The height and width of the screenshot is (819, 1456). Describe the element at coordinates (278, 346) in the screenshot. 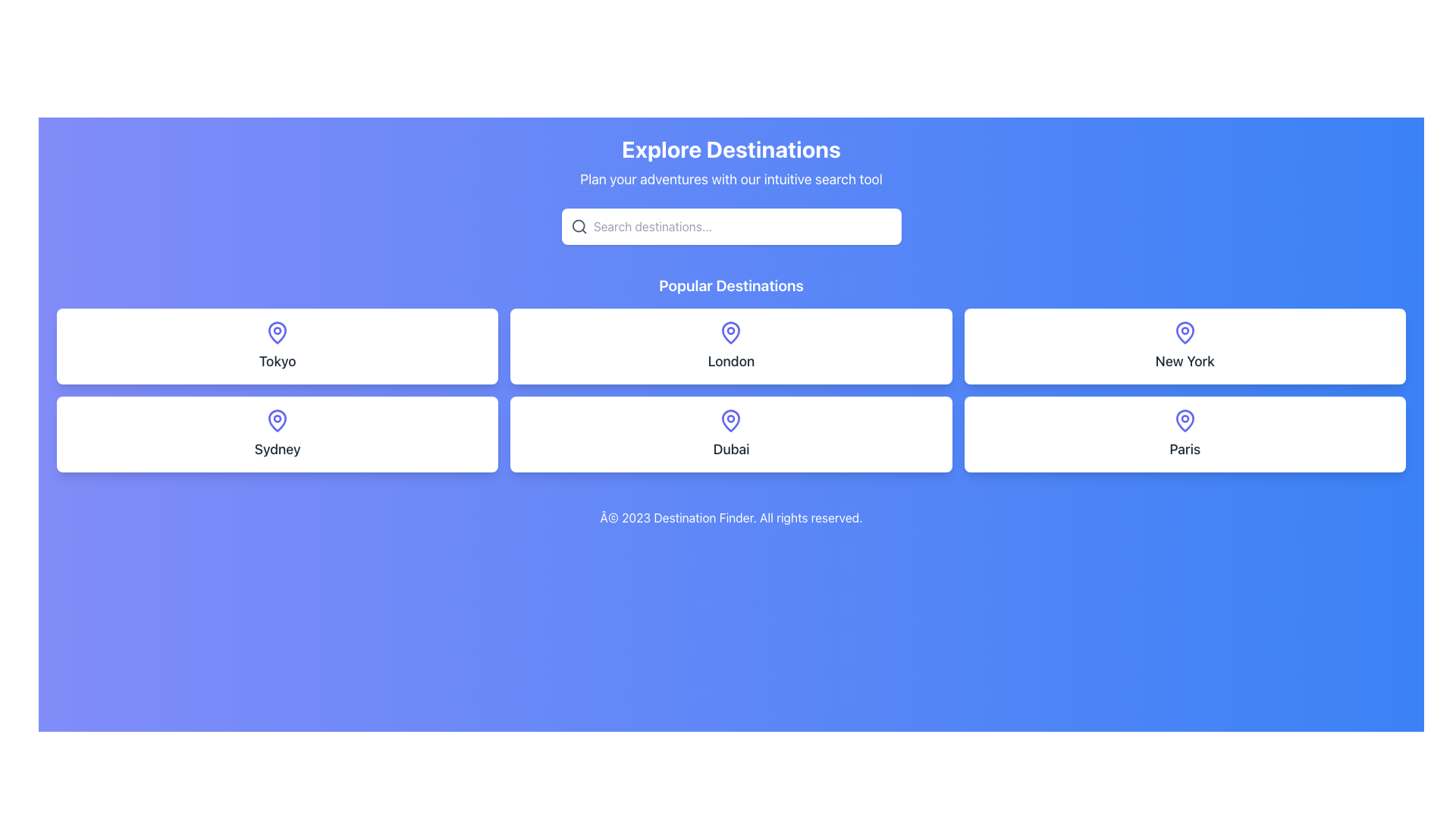

I see `the selectable card labeled 'Tokyo' which is the first tile in the grid layout, located at the top-left corner with a map pin icon` at that location.